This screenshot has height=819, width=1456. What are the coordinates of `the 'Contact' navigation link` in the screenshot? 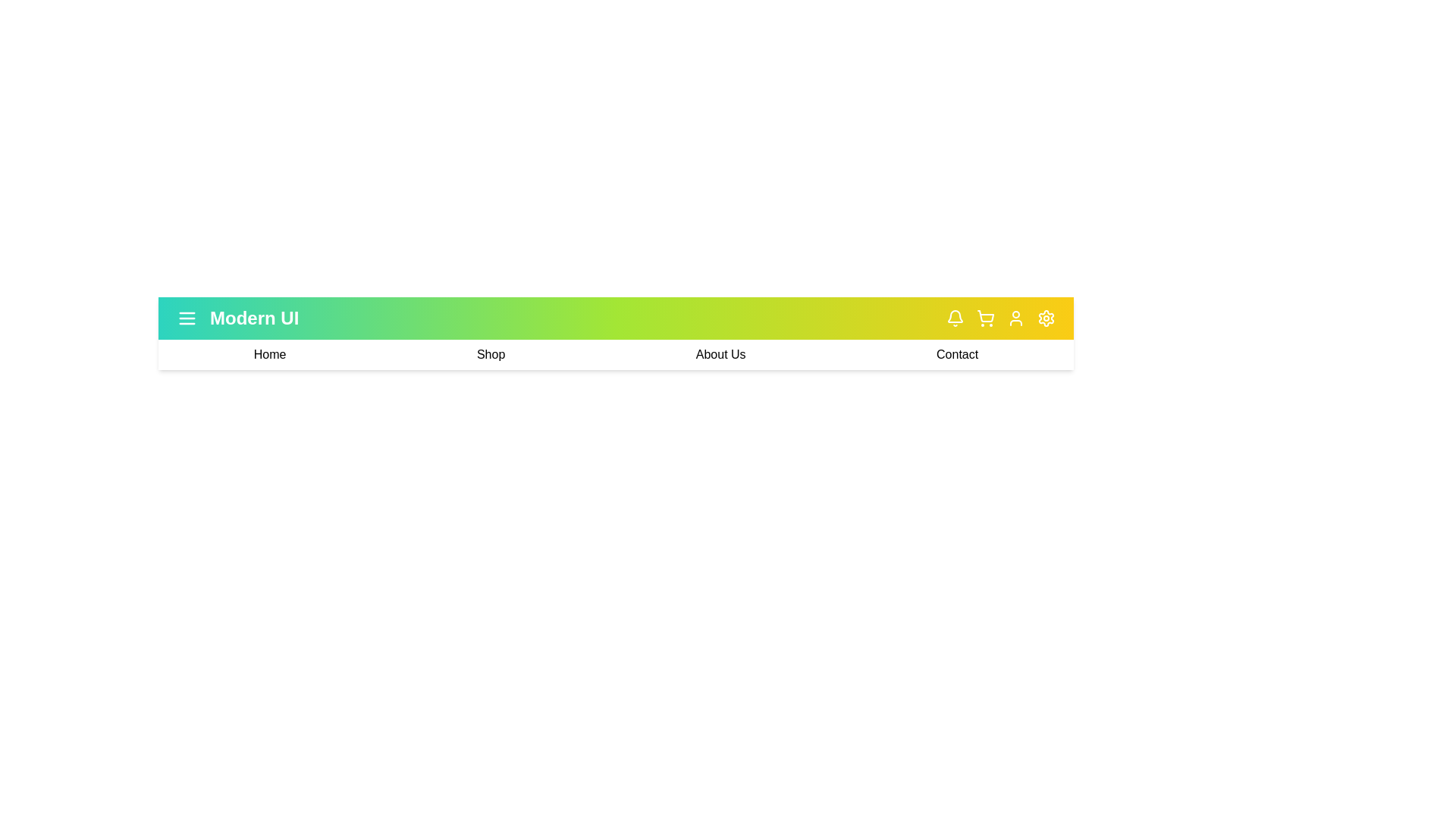 It's located at (956, 354).